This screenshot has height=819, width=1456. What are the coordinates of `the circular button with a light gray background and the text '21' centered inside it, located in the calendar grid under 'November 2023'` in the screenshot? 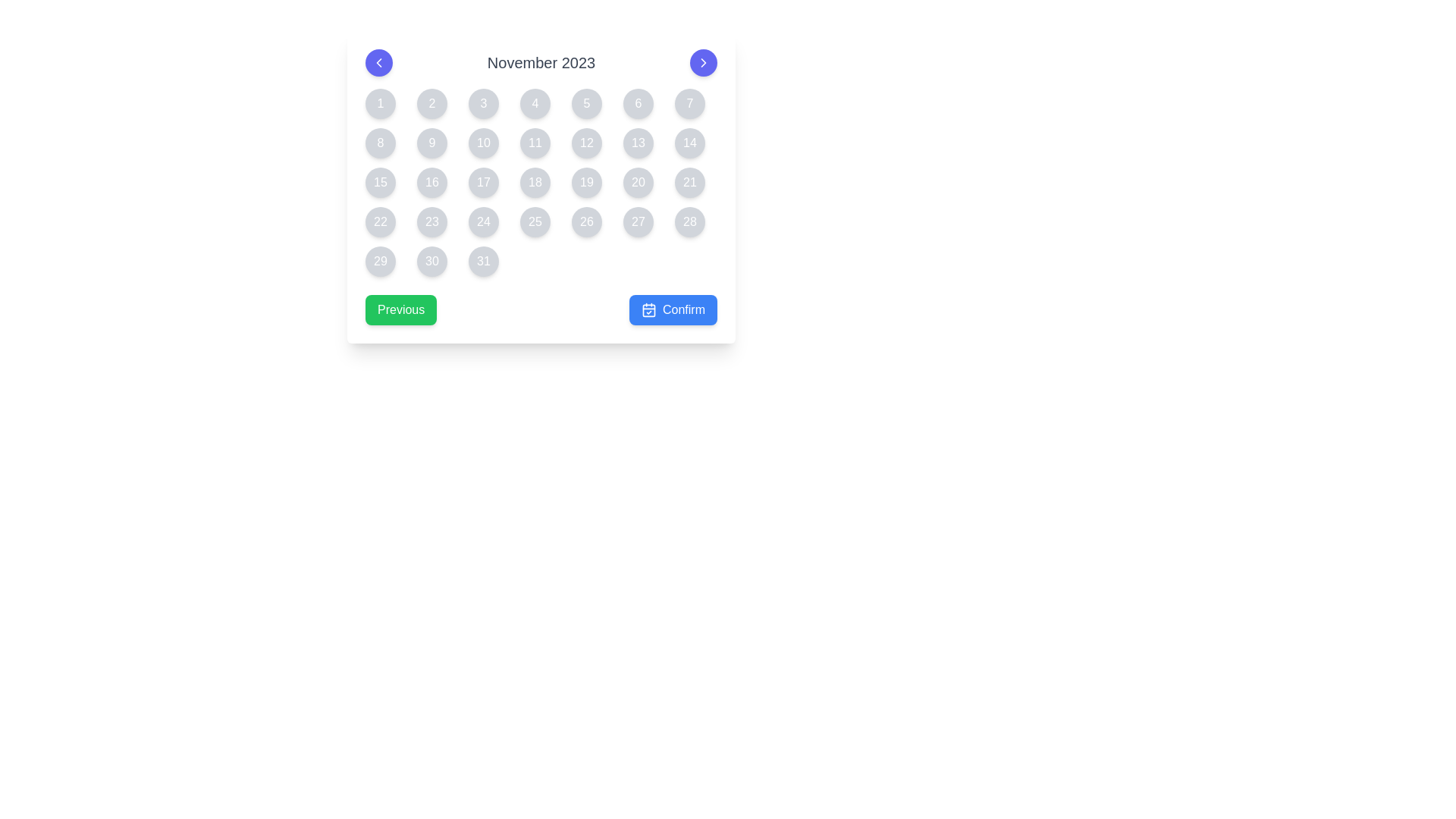 It's located at (689, 181).